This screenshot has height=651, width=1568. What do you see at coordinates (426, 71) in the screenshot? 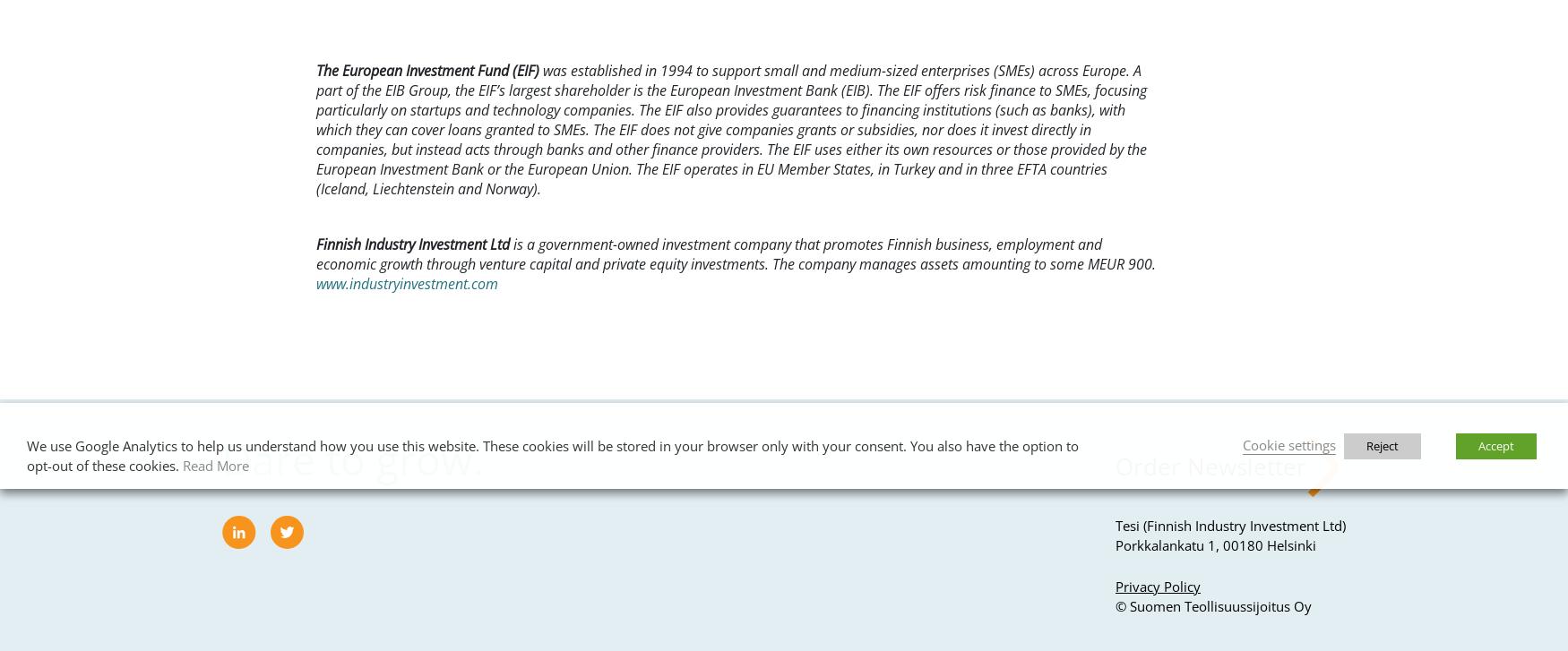
I see `'The European Investment Fund (EIF)'` at bounding box center [426, 71].